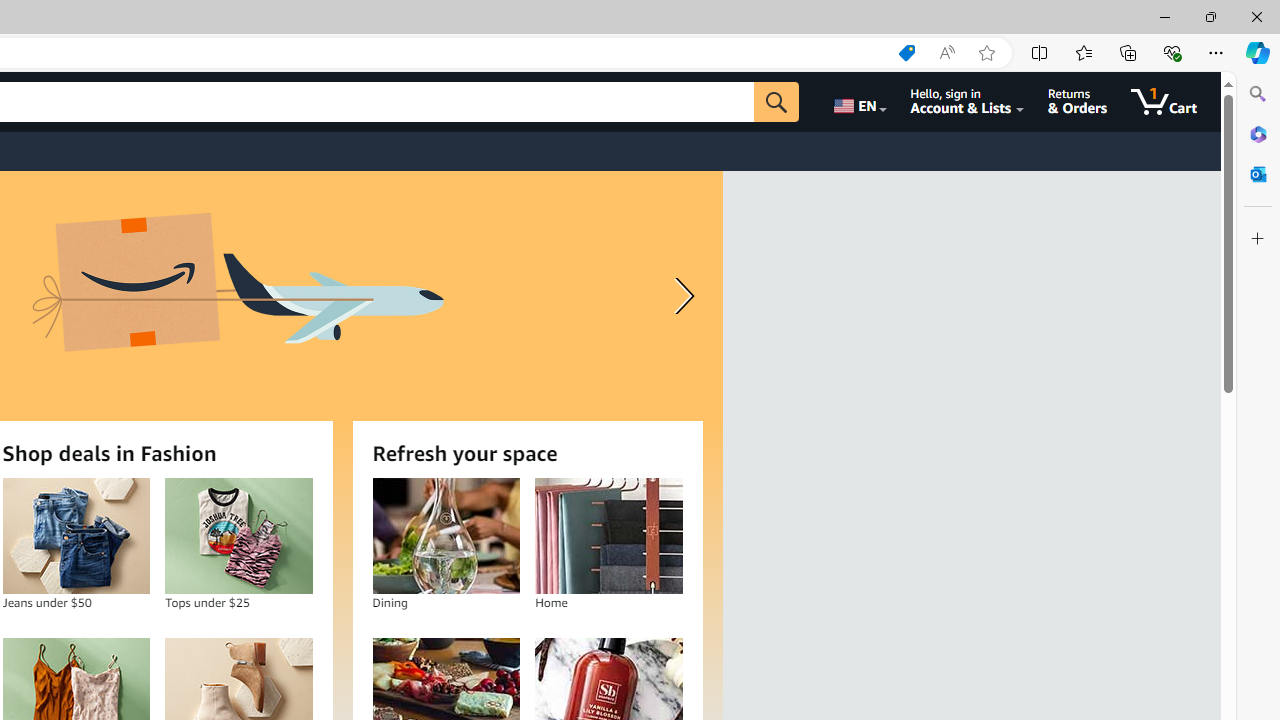  What do you see at coordinates (445, 535) in the screenshot?
I see `'Dining'` at bounding box center [445, 535].